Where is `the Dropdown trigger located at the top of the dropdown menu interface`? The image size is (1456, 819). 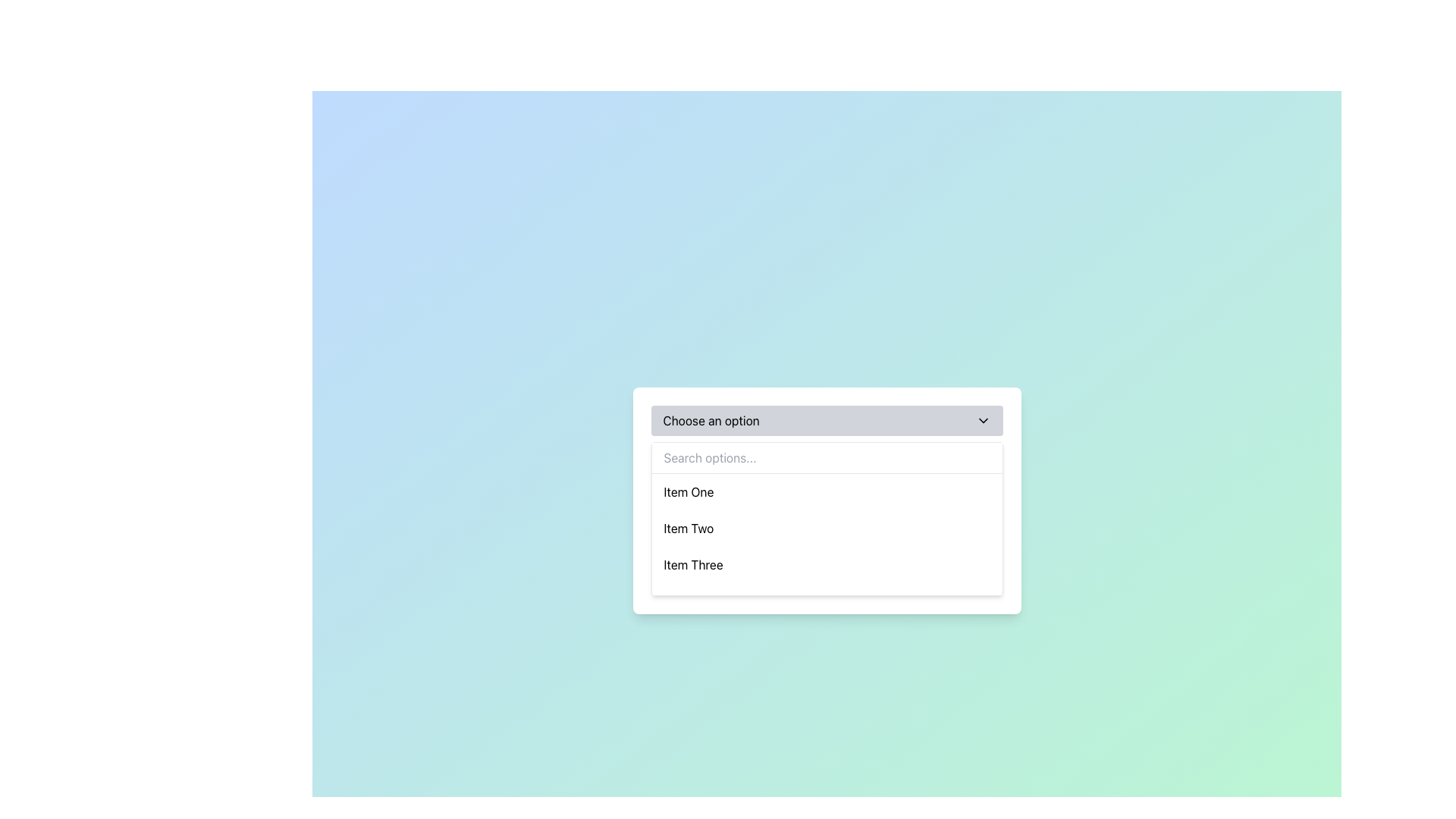
the Dropdown trigger located at the top of the dropdown menu interface is located at coordinates (826, 420).